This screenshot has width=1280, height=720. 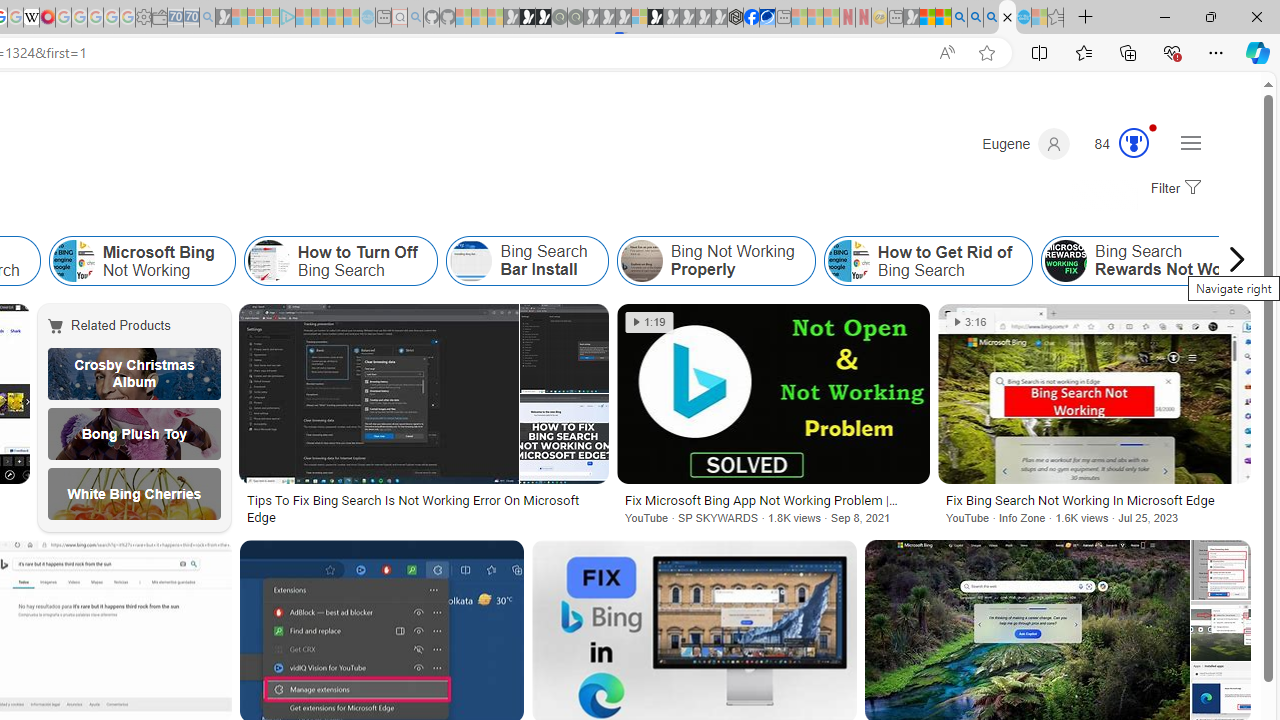 What do you see at coordinates (574, 17) in the screenshot?
I see `'Future Focus Report 2024 - Sleeping'` at bounding box center [574, 17].